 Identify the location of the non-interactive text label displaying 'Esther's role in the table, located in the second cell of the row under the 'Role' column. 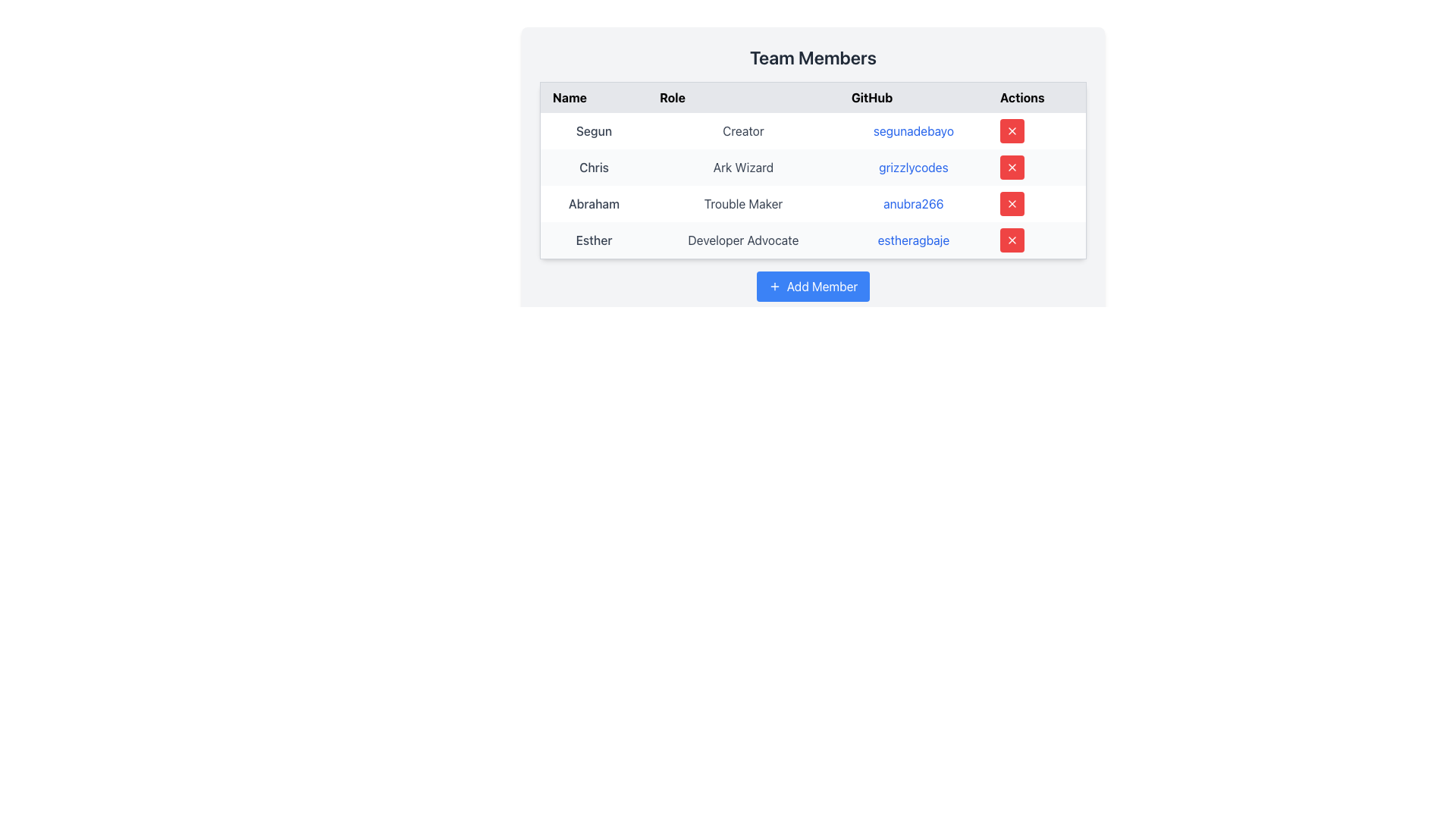
(743, 240).